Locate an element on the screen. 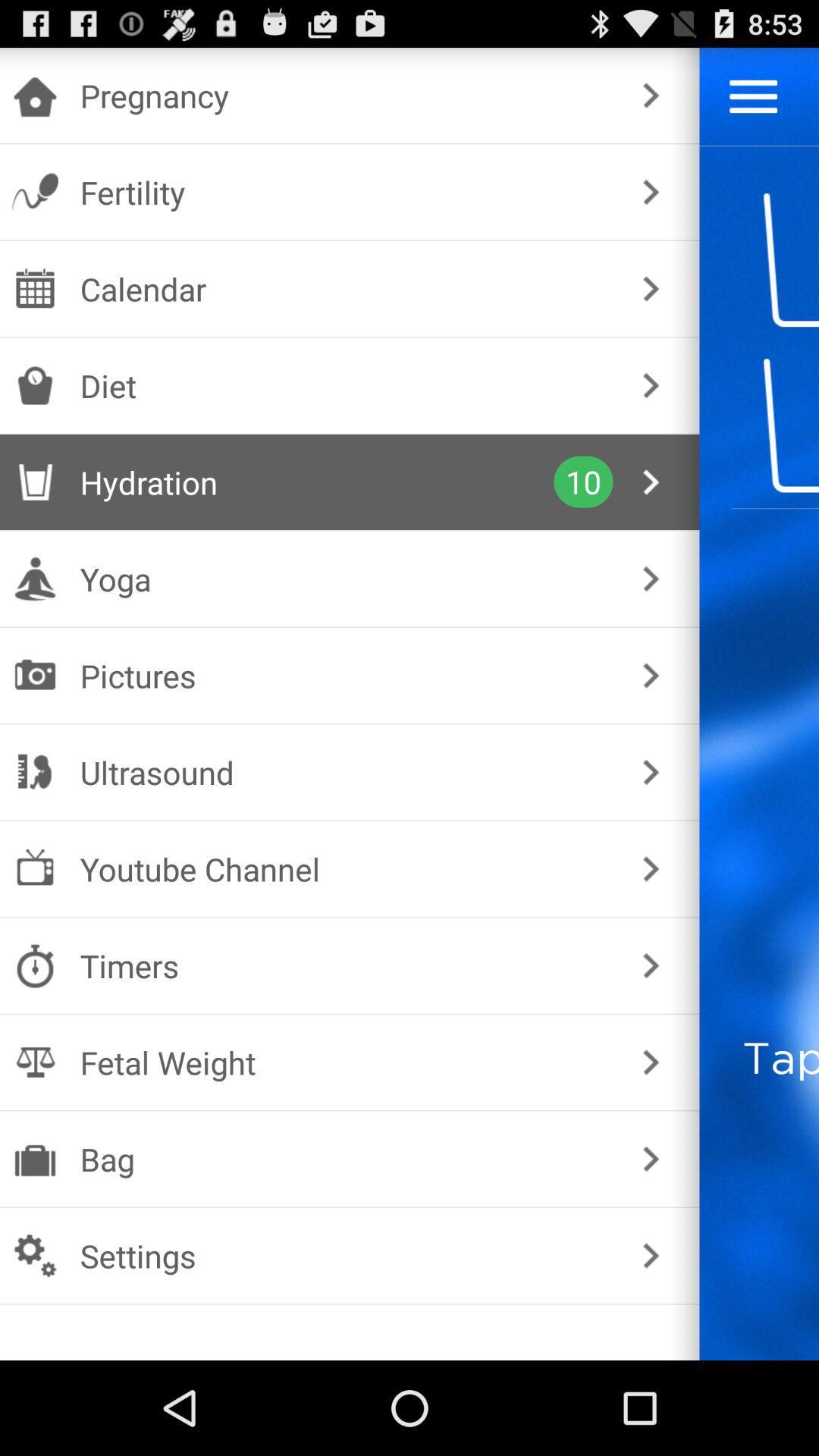  ultrasound item is located at coordinates (347, 772).